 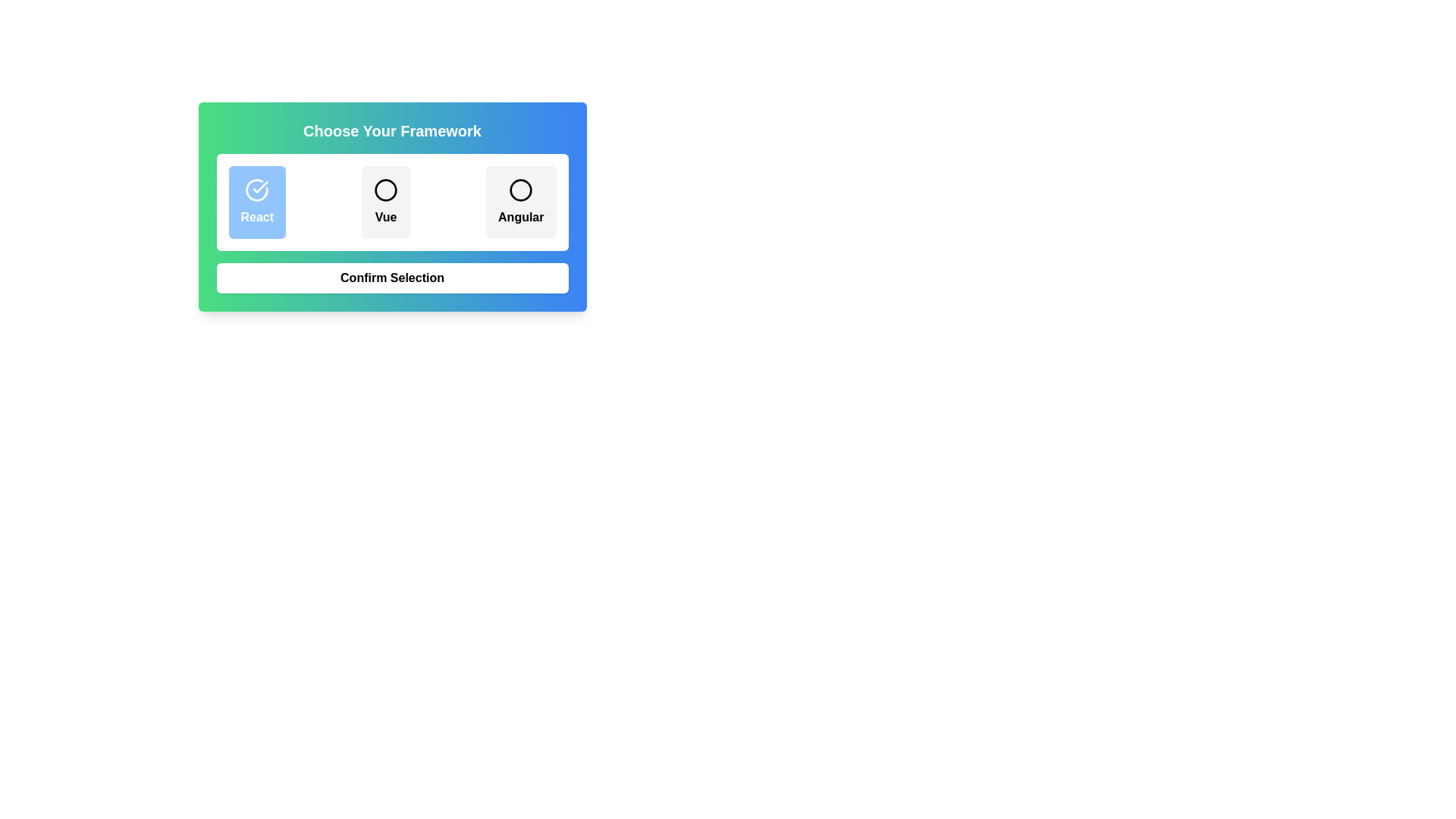 I want to click on the selection indicator that visually indicates the state of the 'Vue' framework option, located centrally within the button labeled 'Vue', so click(x=385, y=189).